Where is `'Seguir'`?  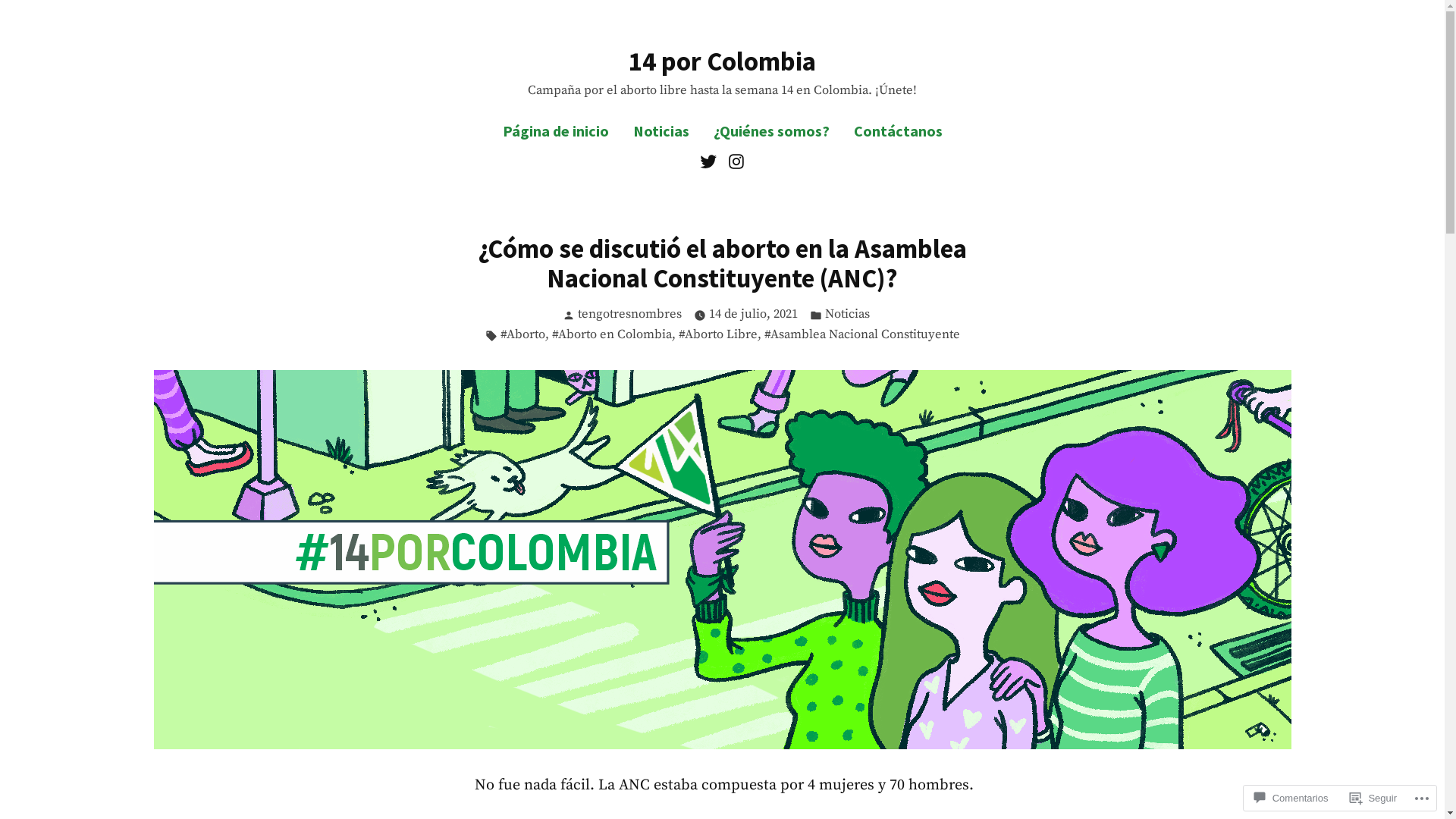
'Seguir' is located at coordinates (1373, 797).